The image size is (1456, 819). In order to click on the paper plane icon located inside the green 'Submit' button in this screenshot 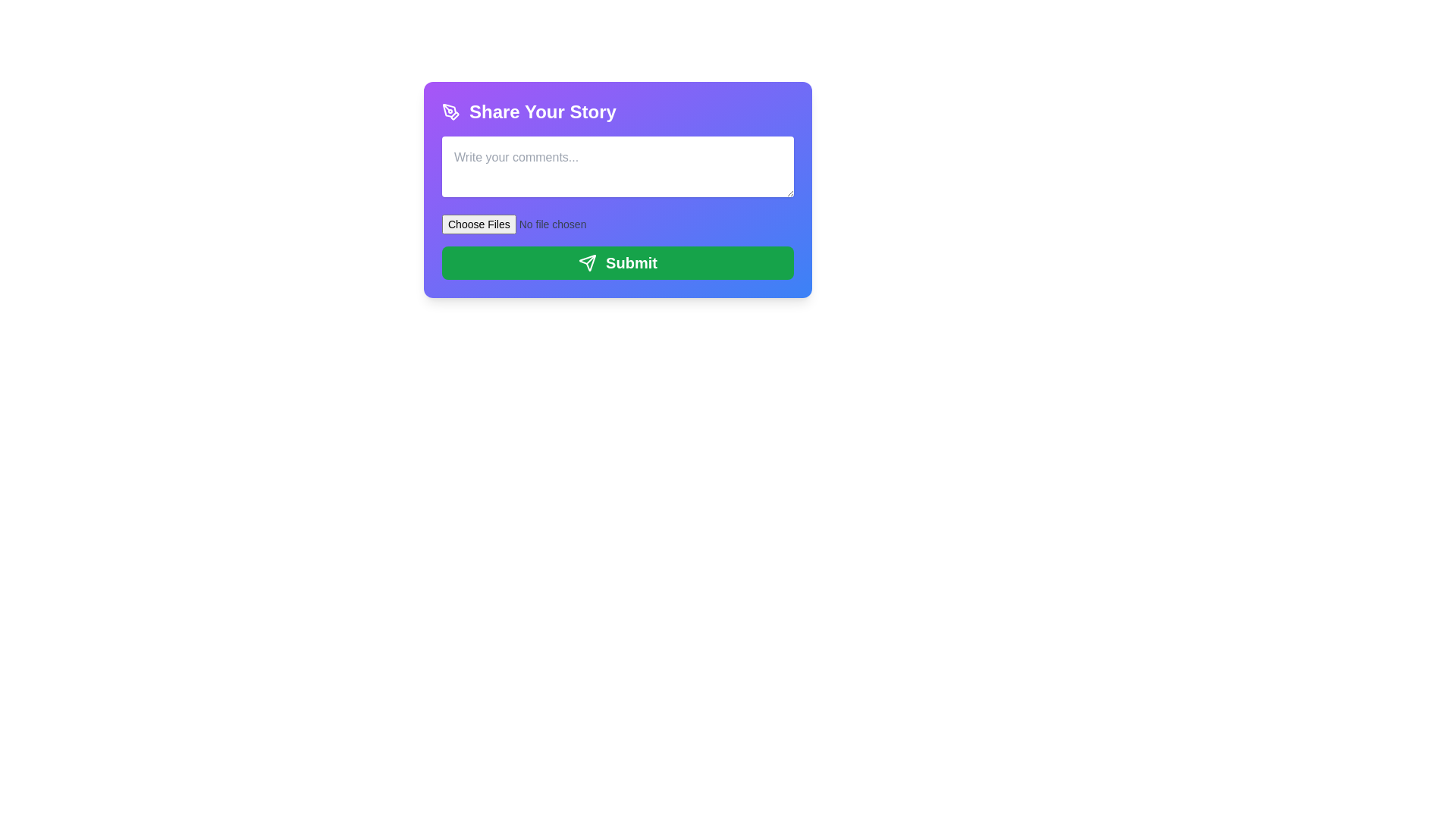, I will do `click(587, 262)`.